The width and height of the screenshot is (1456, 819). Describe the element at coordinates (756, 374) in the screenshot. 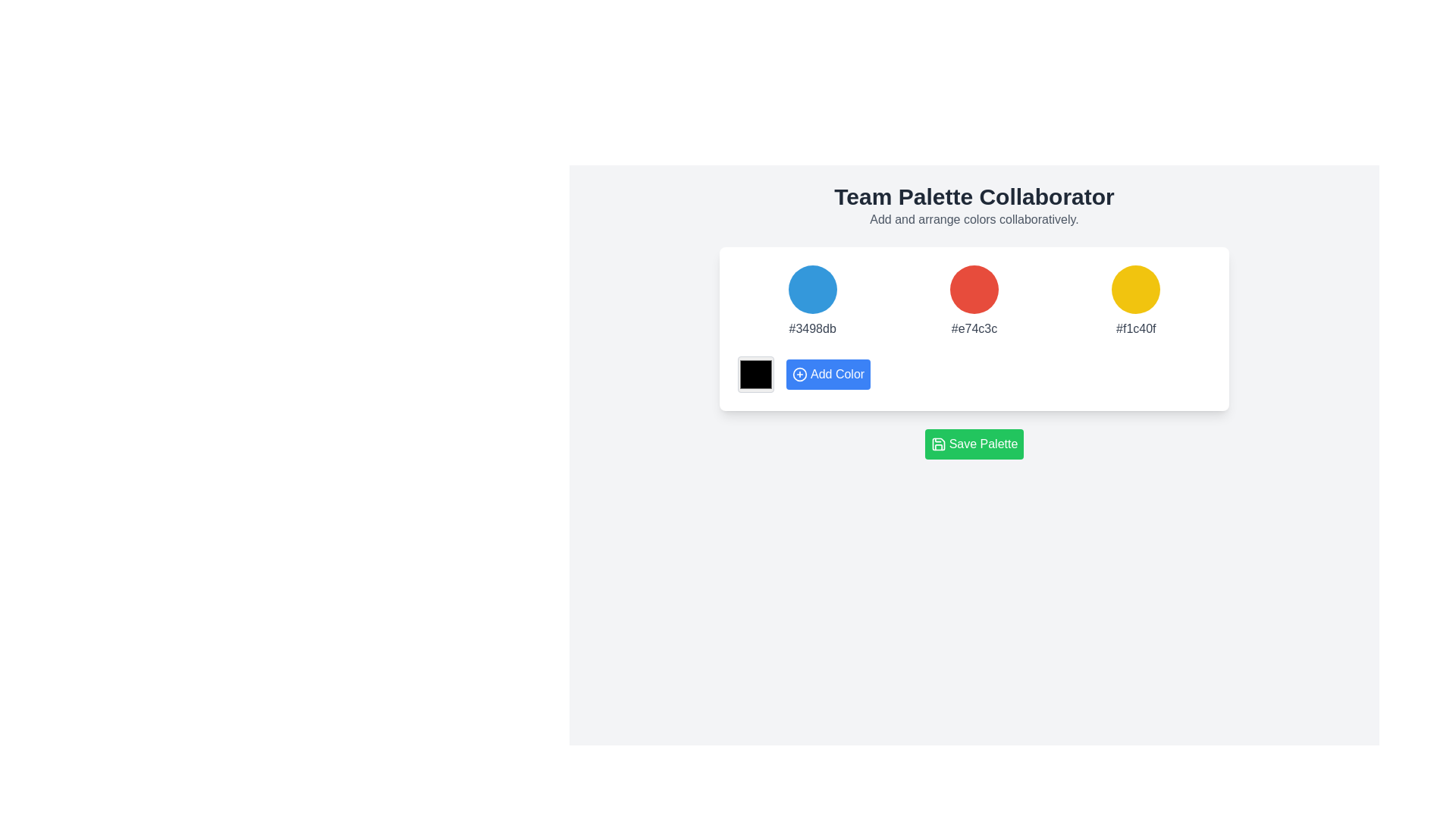

I see `the Color Picker element with a black background and gray border` at that location.